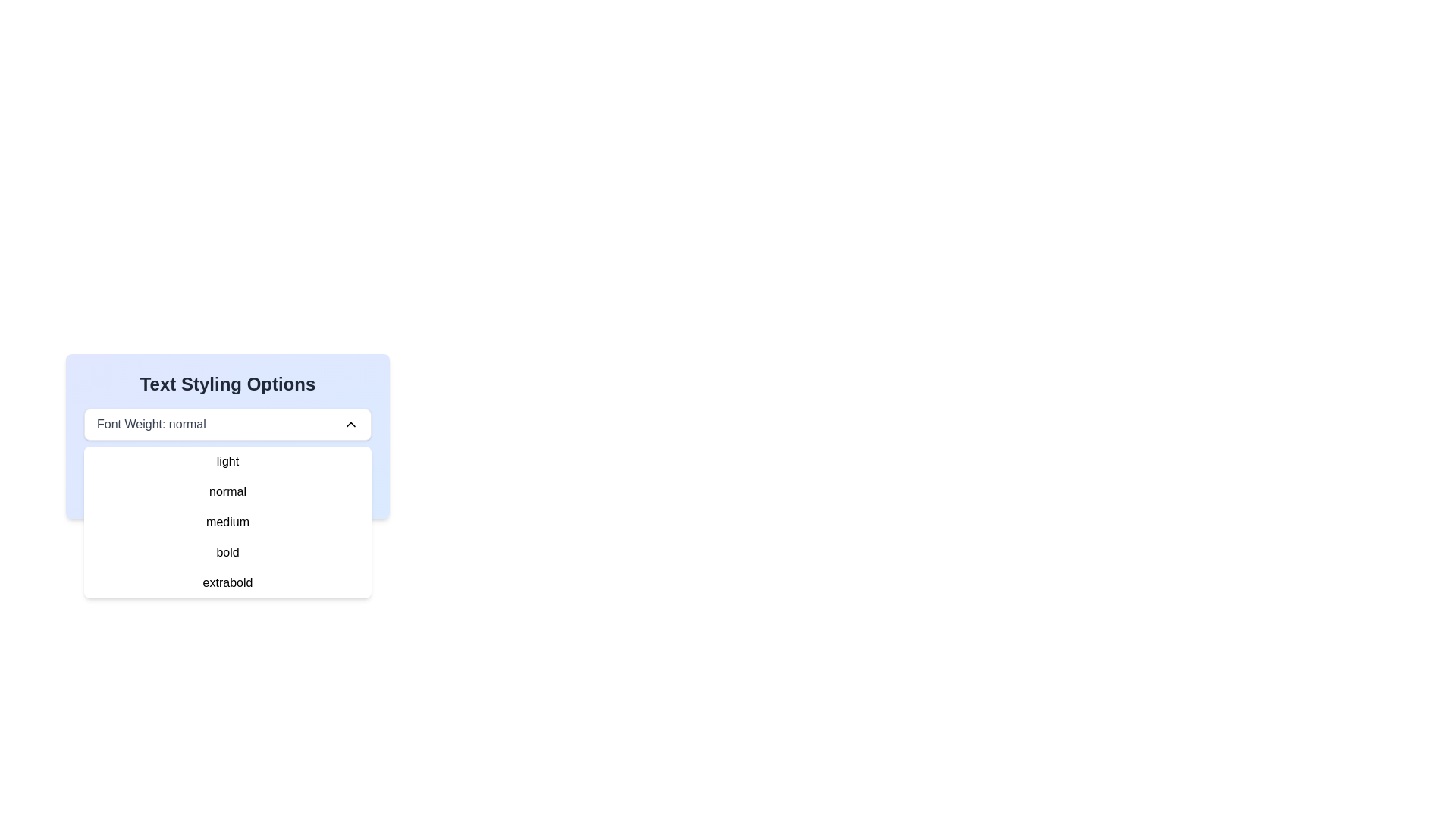 The height and width of the screenshot is (819, 1456). What do you see at coordinates (227, 461) in the screenshot?
I see `the 'light' option from the dropdown list under 'Text Styling Options'` at bounding box center [227, 461].